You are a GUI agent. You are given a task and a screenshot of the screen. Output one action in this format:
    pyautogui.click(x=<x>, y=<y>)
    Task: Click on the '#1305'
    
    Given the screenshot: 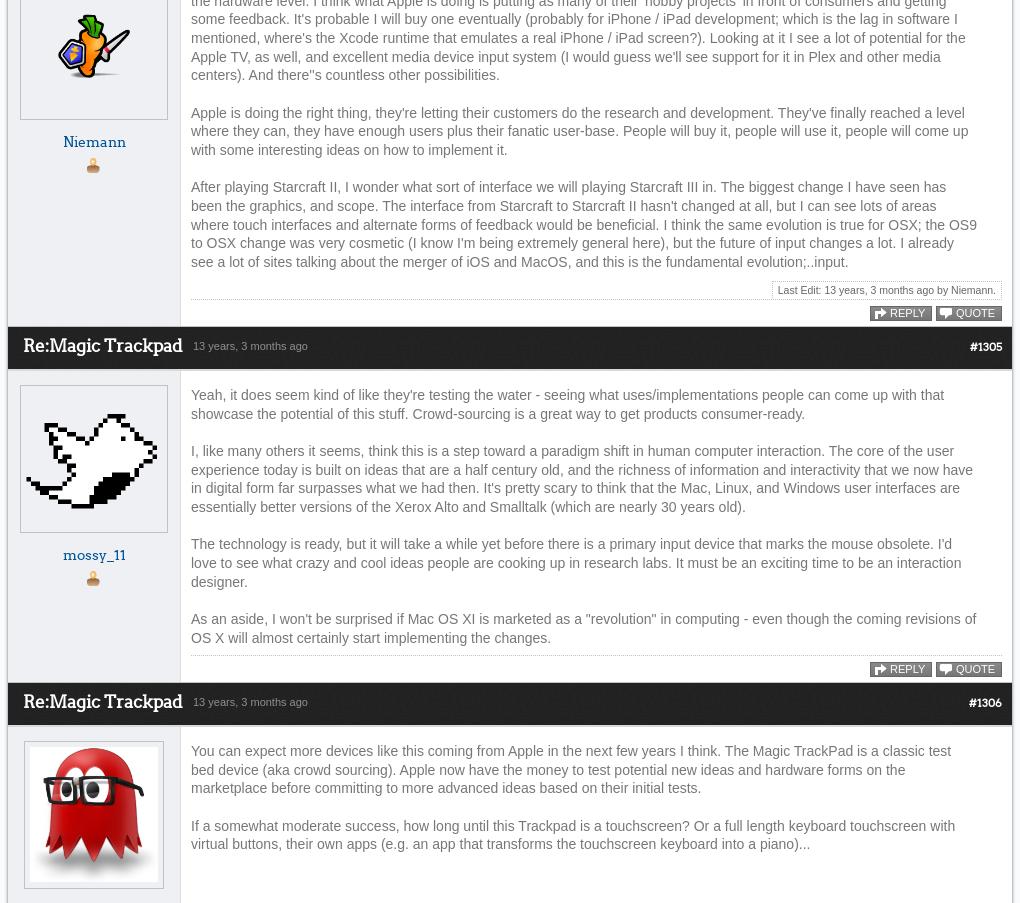 What is the action you would take?
    pyautogui.click(x=969, y=348)
    